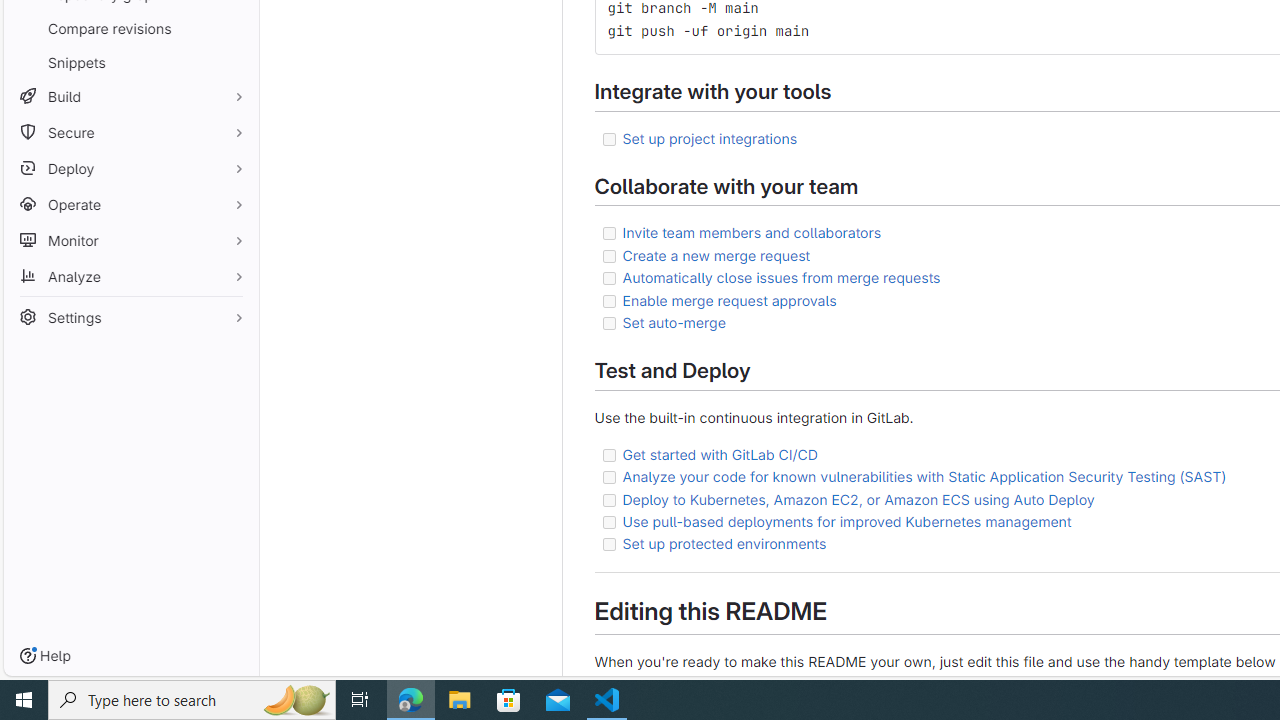  What do you see at coordinates (709, 136) in the screenshot?
I see `'Set up project integrations'` at bounding box center [709, 136].